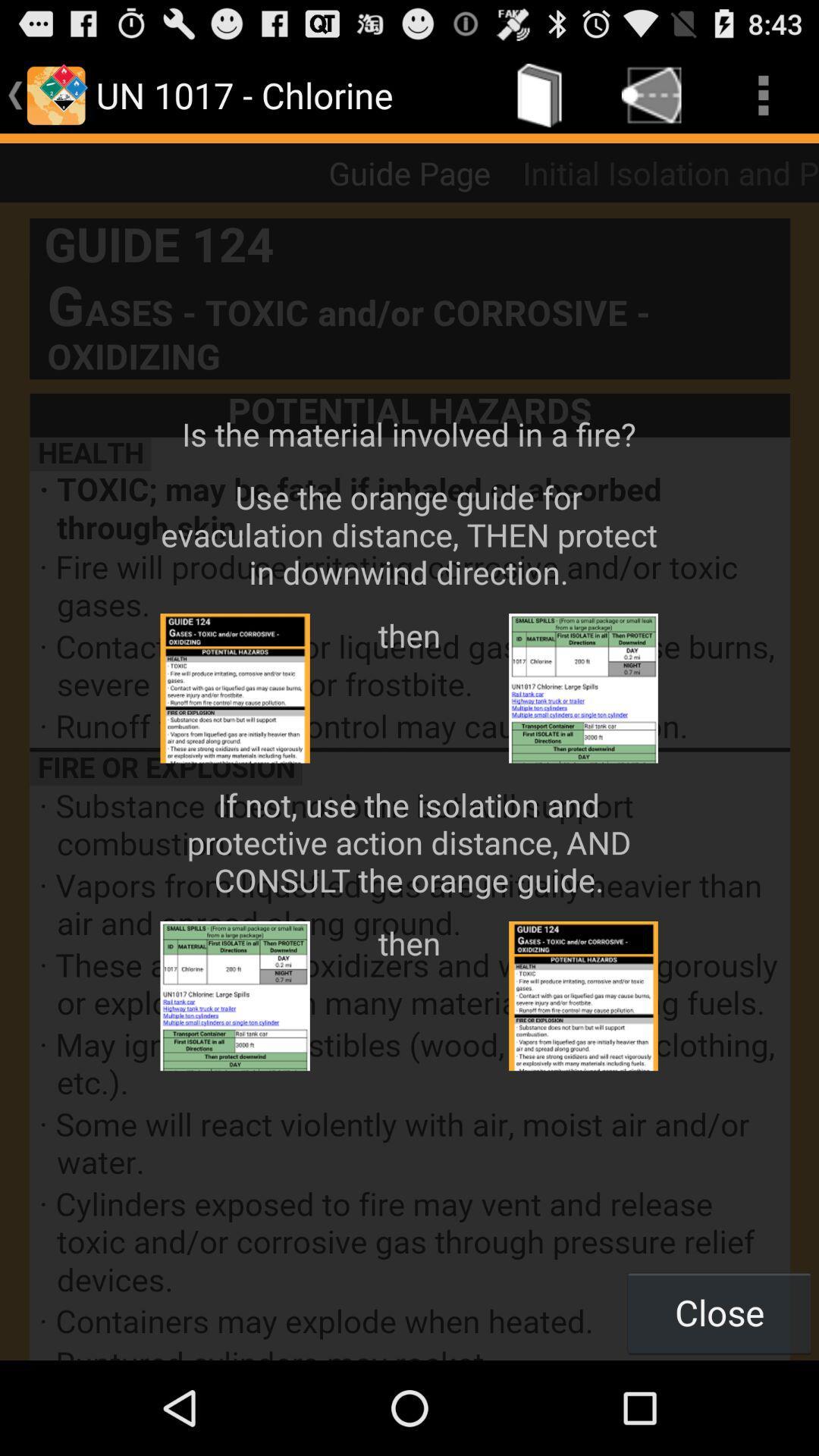  Describe the element at coordinates (409, 781) in the screenshot. I see `the icon below guide page item` at that location.